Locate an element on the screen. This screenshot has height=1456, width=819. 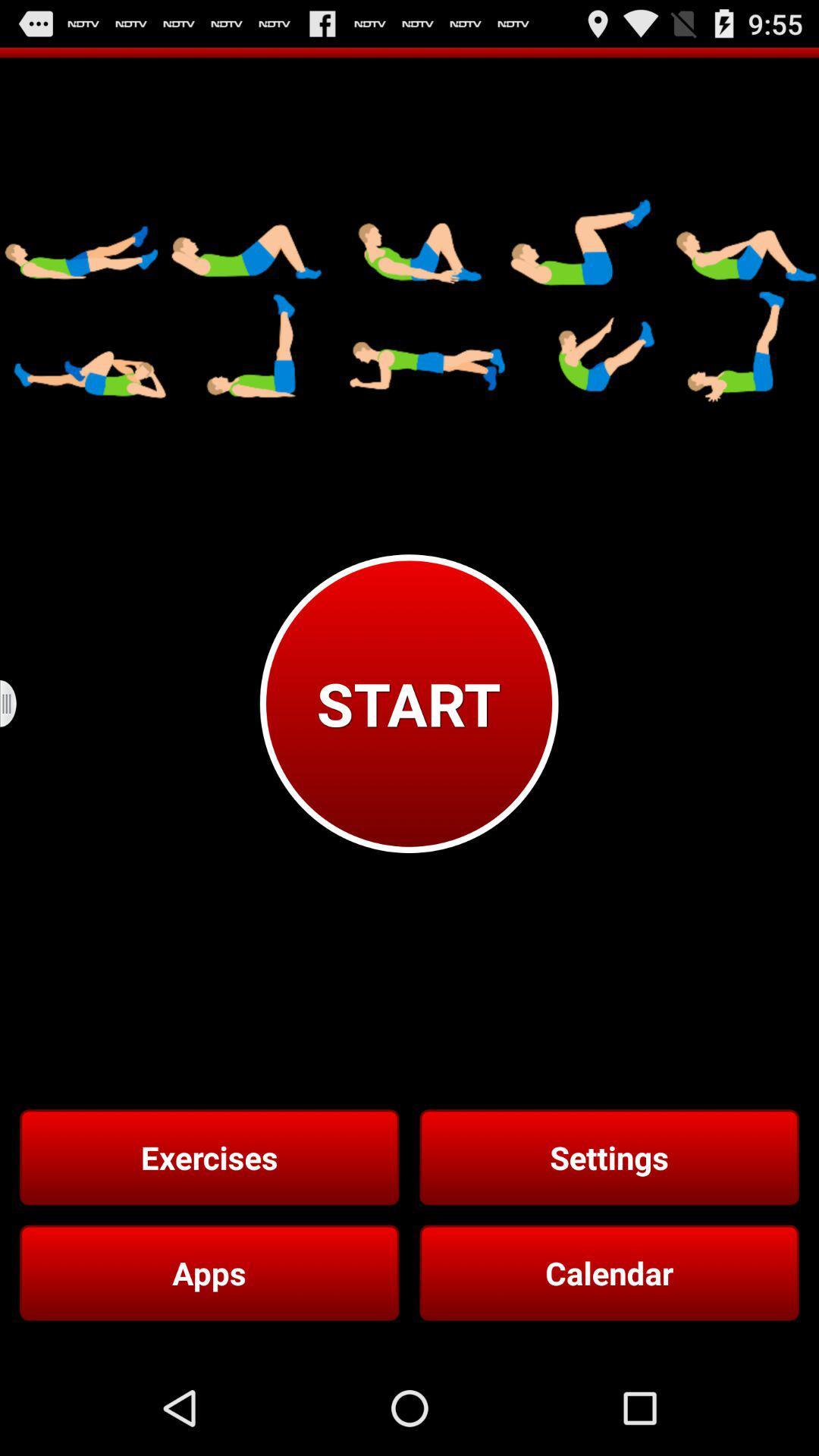
the button at the center is located at coordinates (408, 703).